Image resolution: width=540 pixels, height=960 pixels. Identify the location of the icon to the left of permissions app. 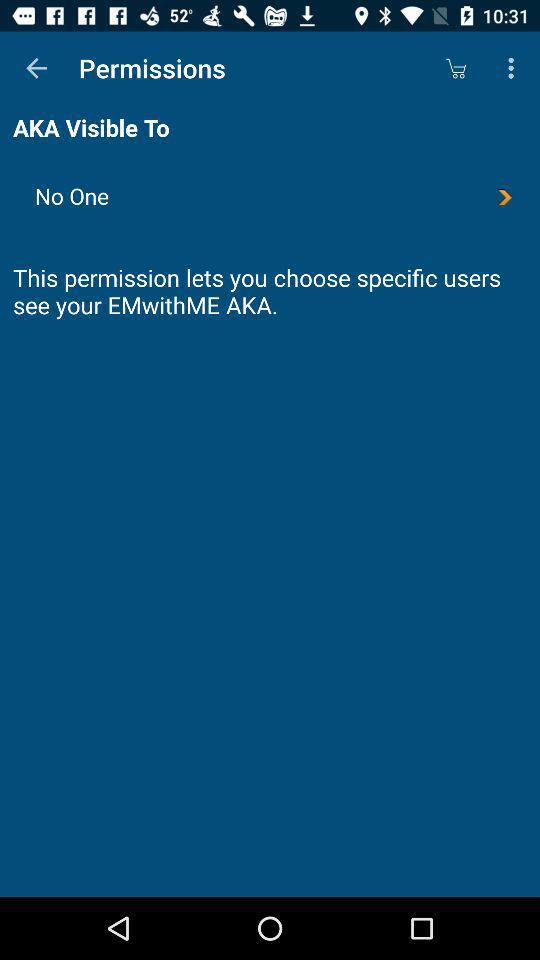
(36, 68).